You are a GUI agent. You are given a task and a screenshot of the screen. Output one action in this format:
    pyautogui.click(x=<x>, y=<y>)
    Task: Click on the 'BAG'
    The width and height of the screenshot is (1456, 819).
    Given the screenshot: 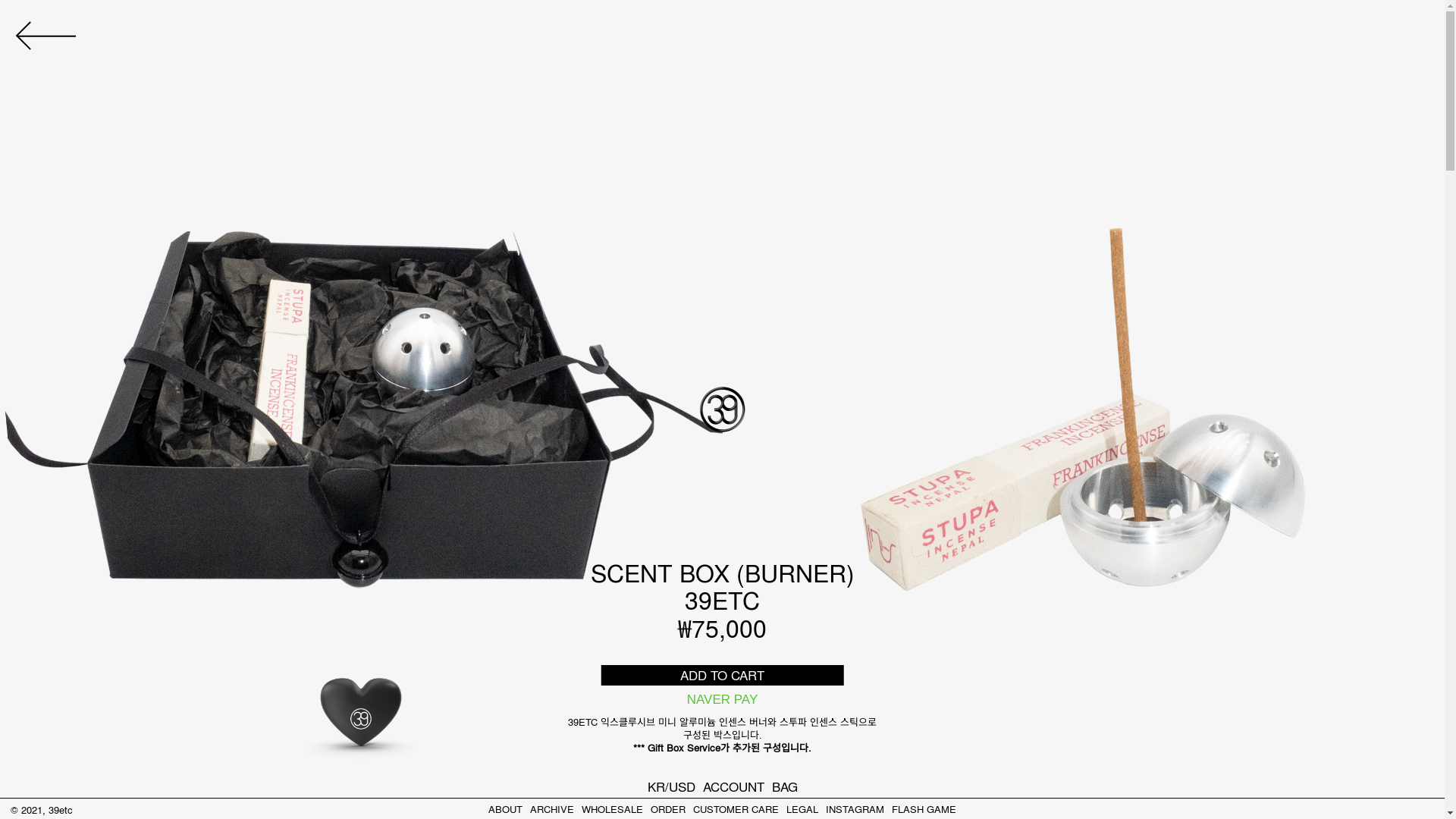 What is the action you would take?
    pyautogui.click(x=785, y=785)
    